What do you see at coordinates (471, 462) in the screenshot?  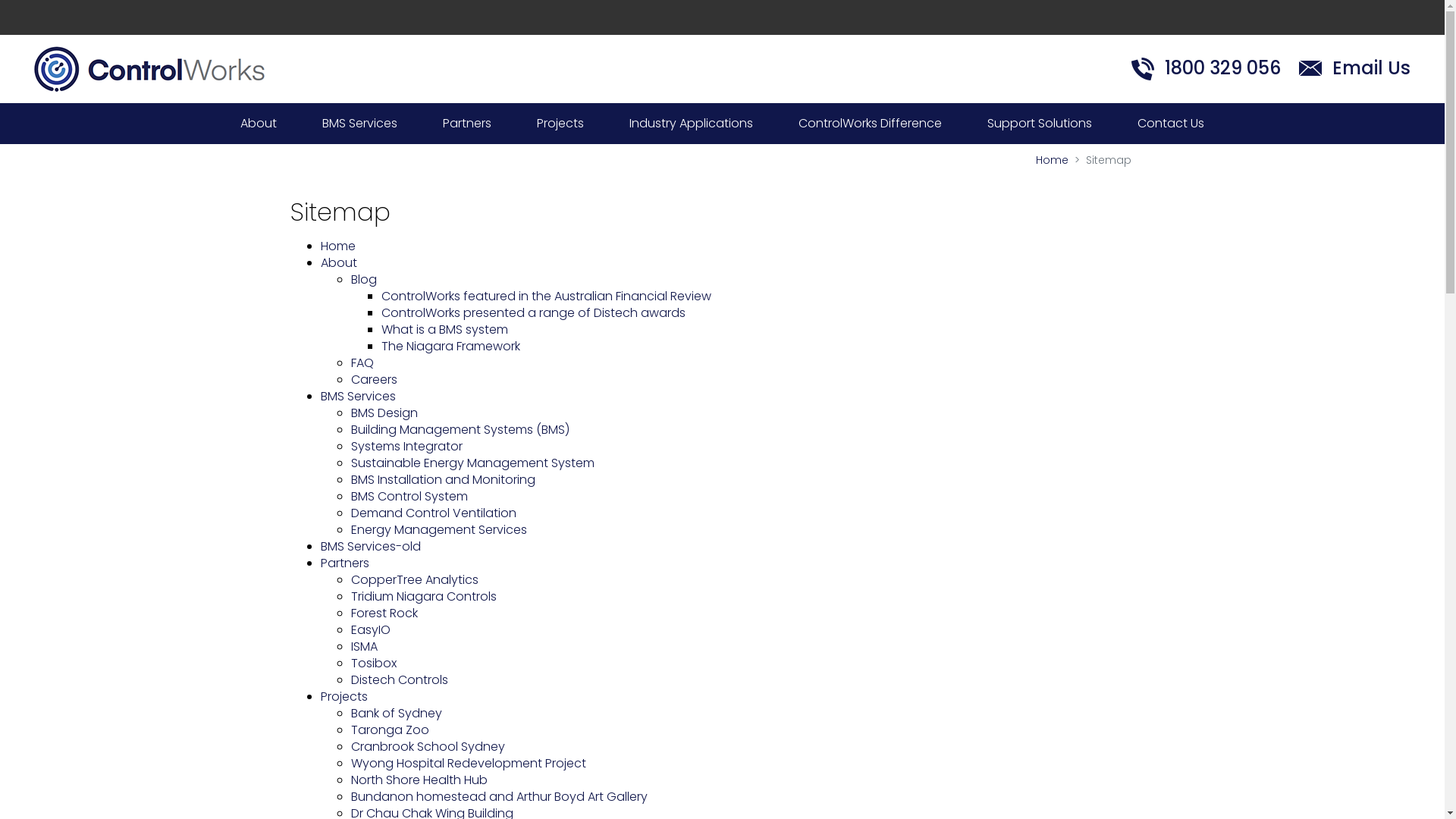 I see `'Sustainable Energy Management System'` at bounding box center [471, 462].